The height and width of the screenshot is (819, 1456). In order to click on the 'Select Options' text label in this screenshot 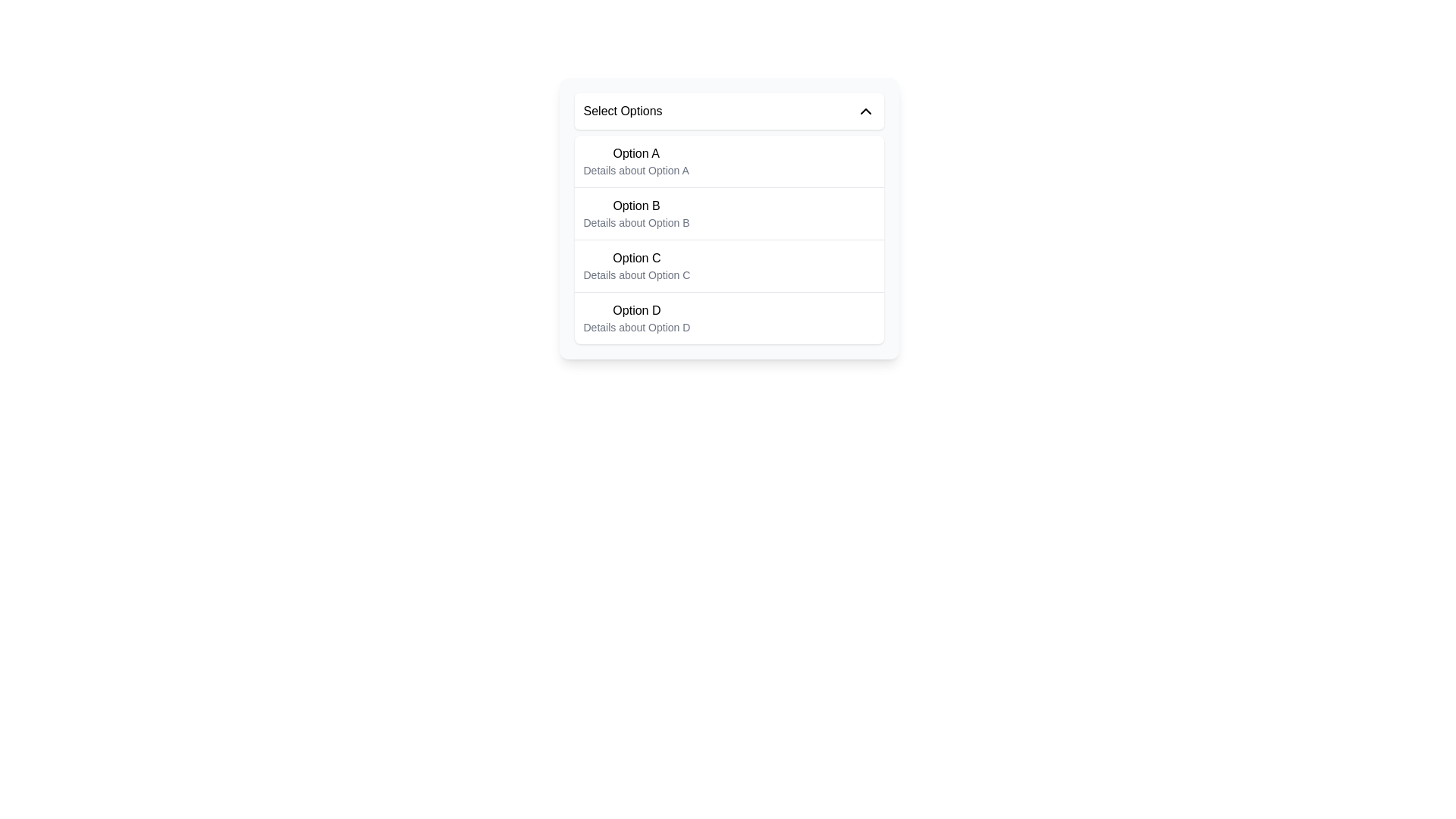, I will do `click(623, 110)`.